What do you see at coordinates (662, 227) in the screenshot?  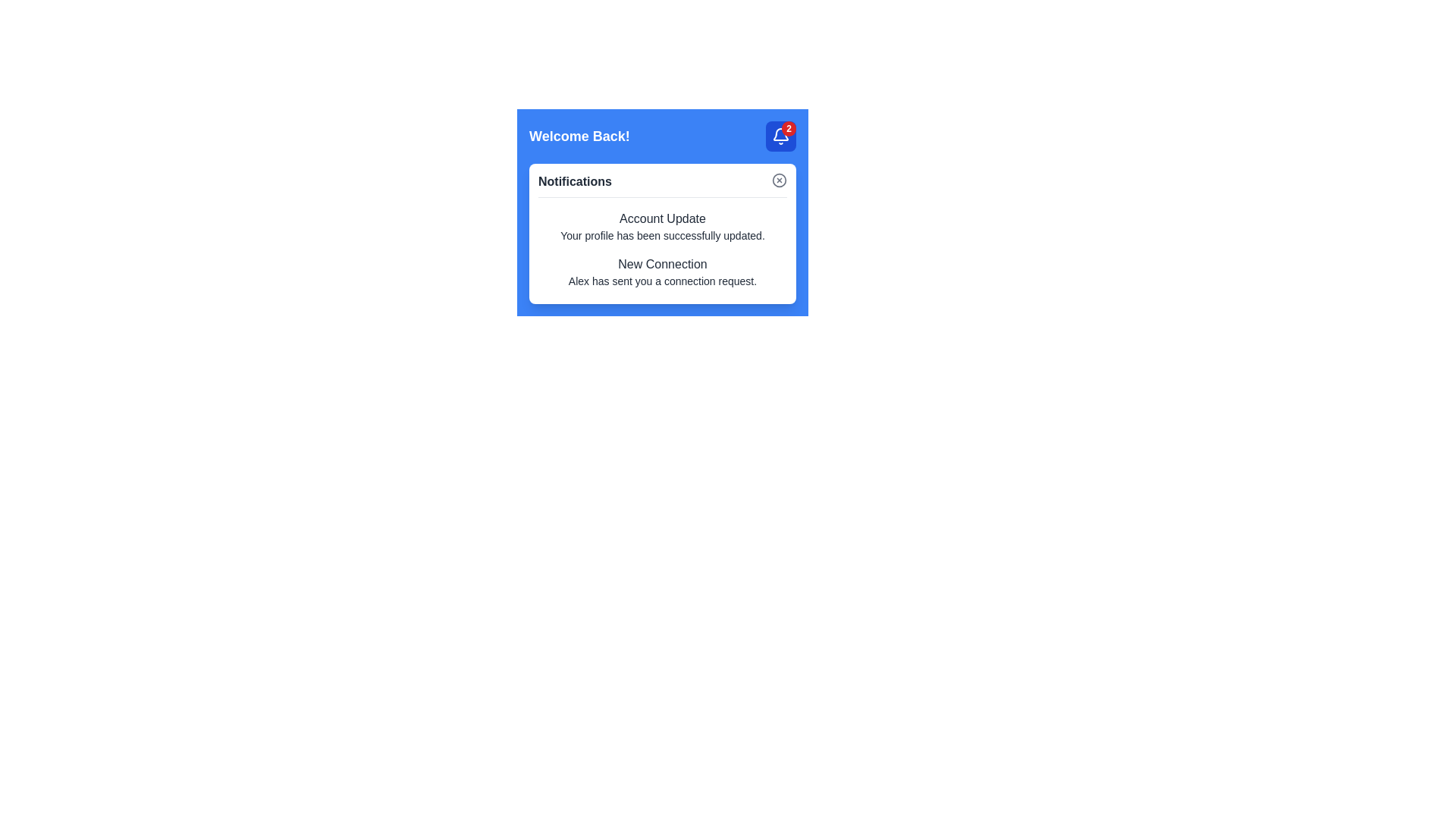 I see `the informational text block displaying 'Account Update' and the message 'Your profile has been successfully updated.' located in the Notifications section` at bounding box center [662, 227].